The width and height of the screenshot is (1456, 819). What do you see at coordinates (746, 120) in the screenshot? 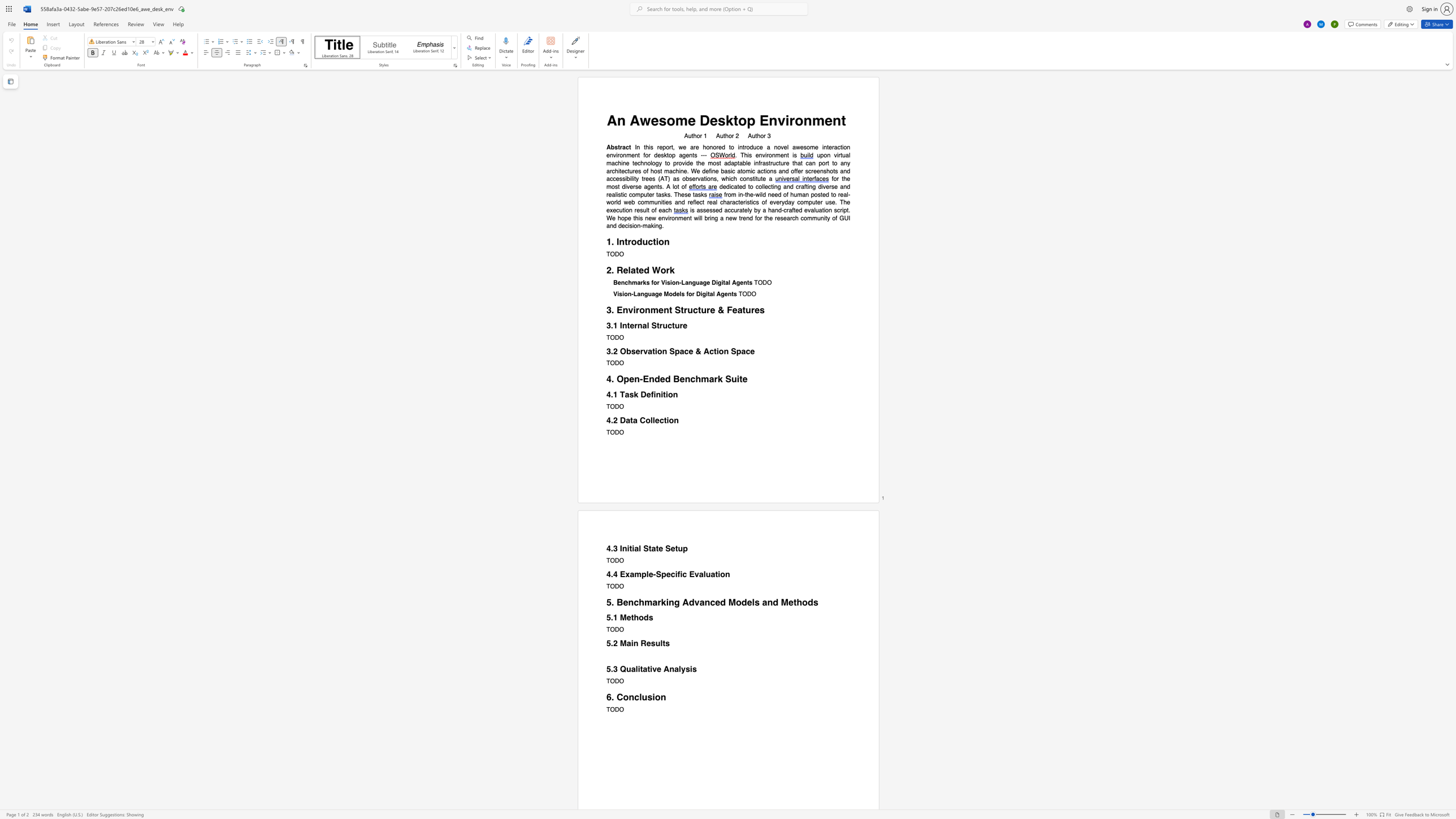
I see `the space between the continuous character "o" and "p" in the text` at bounding box center [746, 120].